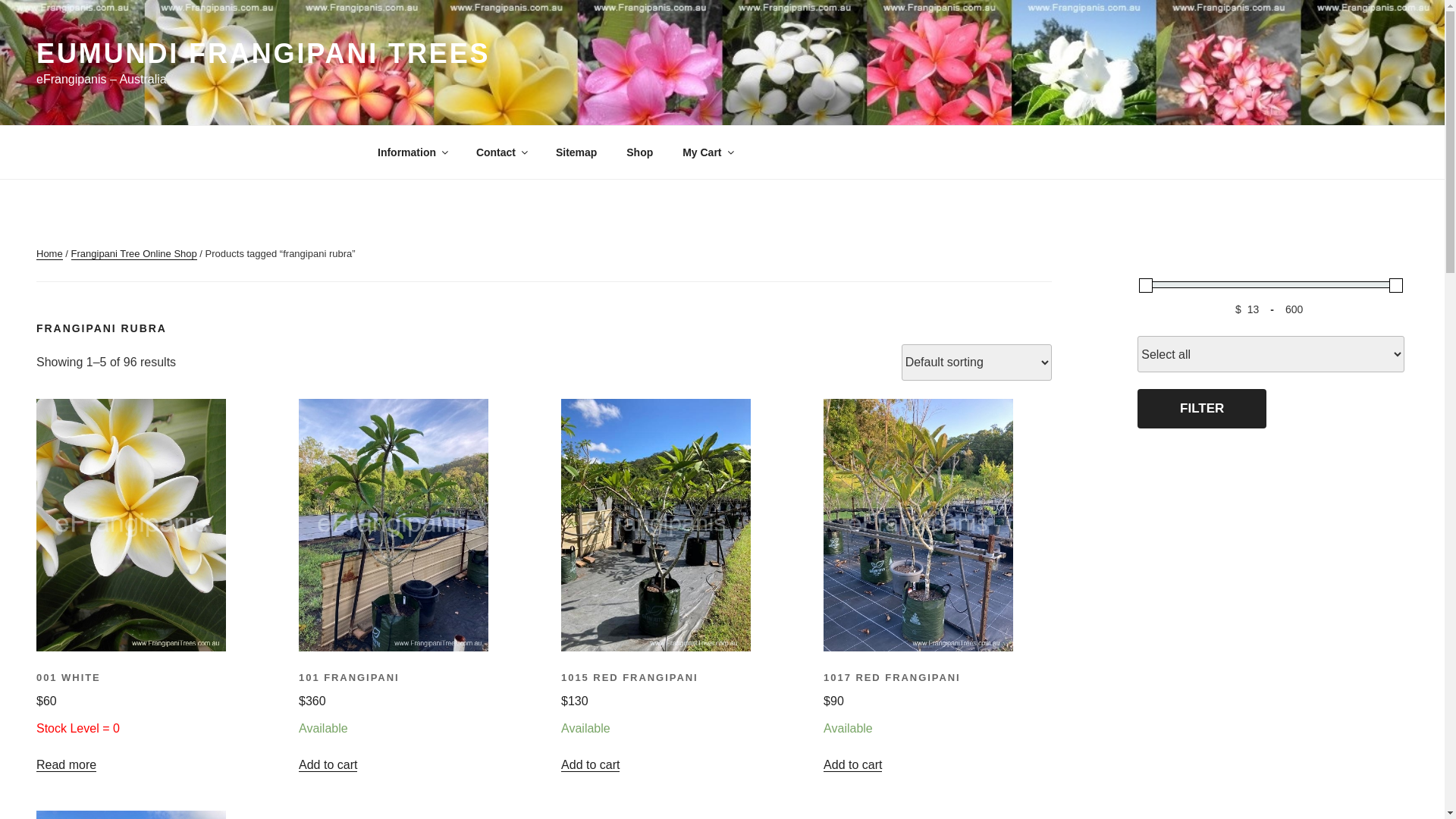 This screenshot has height=819, width=1456. I want to click on 'Shop', so click(640, 152).